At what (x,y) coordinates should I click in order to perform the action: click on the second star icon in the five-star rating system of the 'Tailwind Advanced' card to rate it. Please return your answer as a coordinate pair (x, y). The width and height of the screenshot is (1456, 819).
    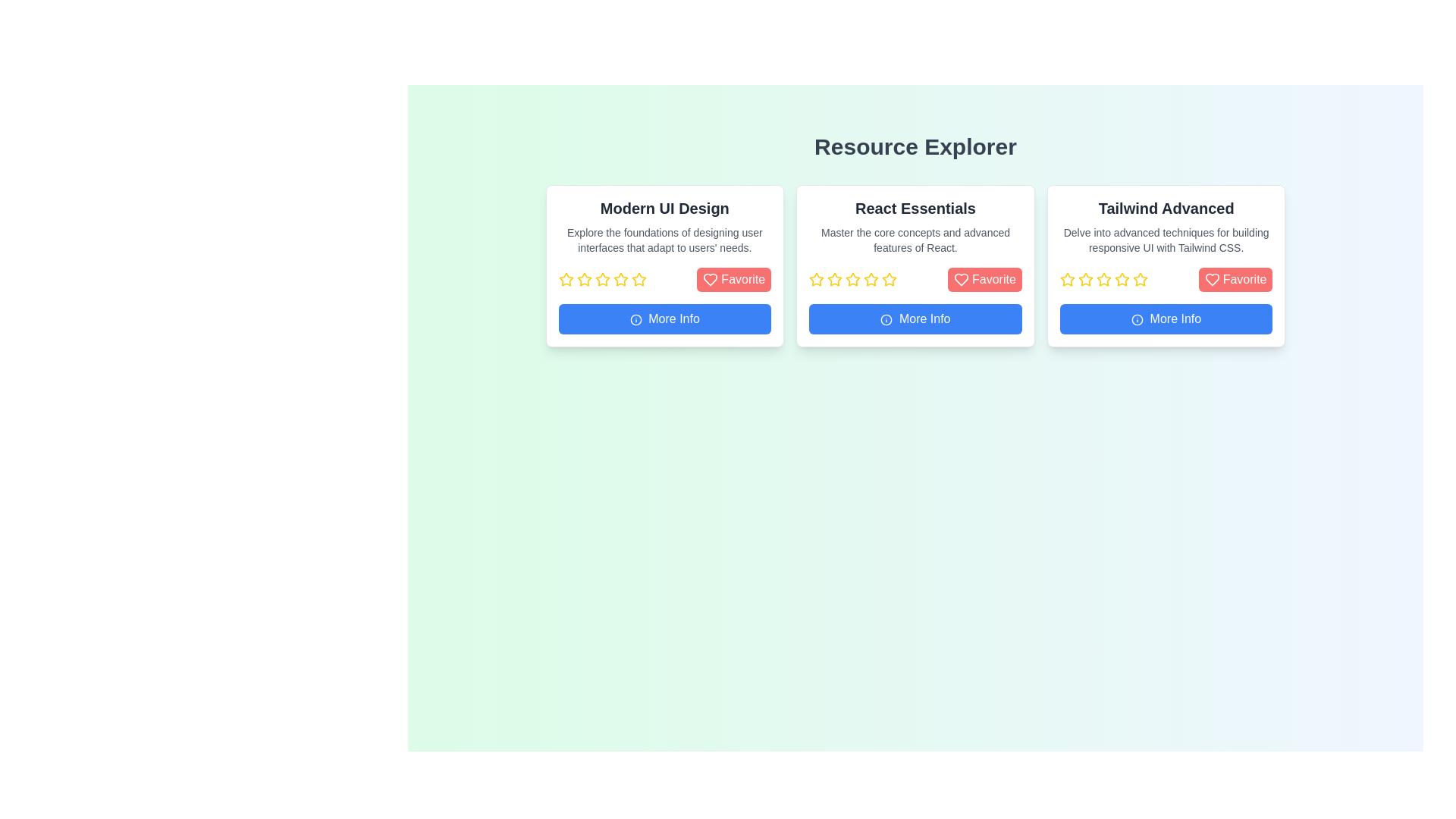
    Looking at the image, I should click on (1122, 279).